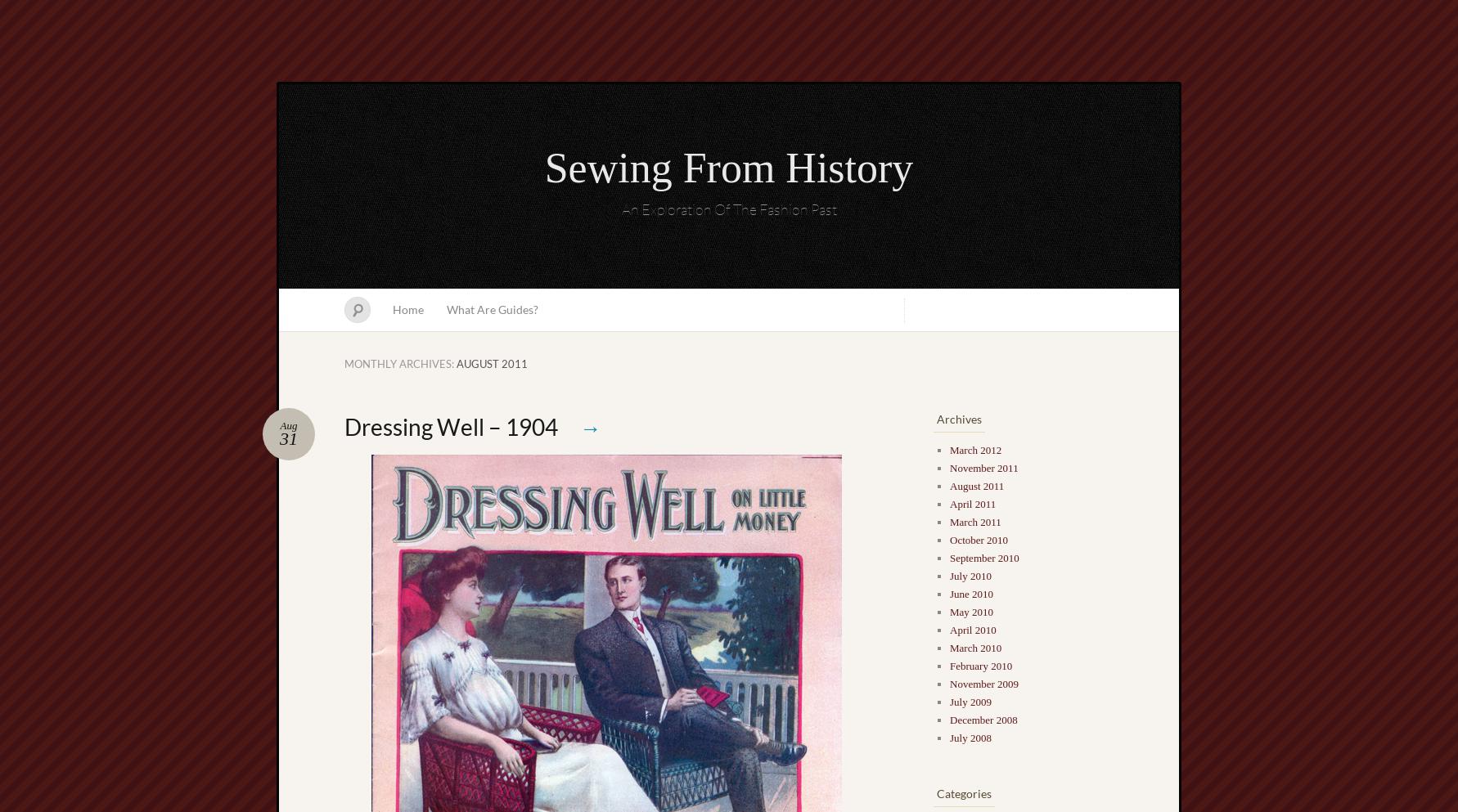 The width and height of the screenshot is (1458, 812). I want to click on 'June 2010', so click(948, 593).